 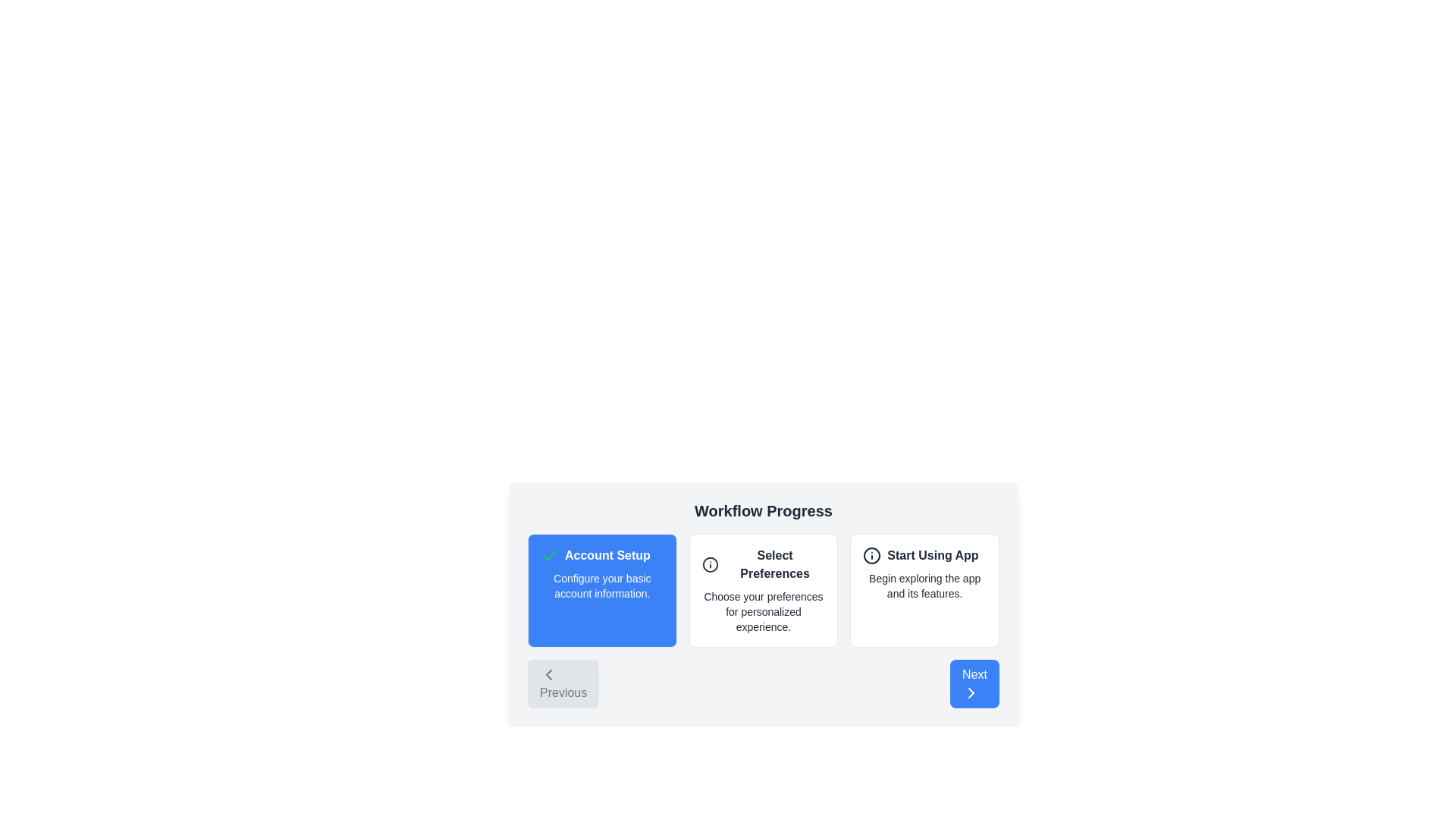 What do you see at coordinates (548, 674) in the screenshot?
I see `the left-pointing chevron icon, which is part of the 'Previous' button section located underneath the 'Account Setup' panel` at bounding box center [548, 674].